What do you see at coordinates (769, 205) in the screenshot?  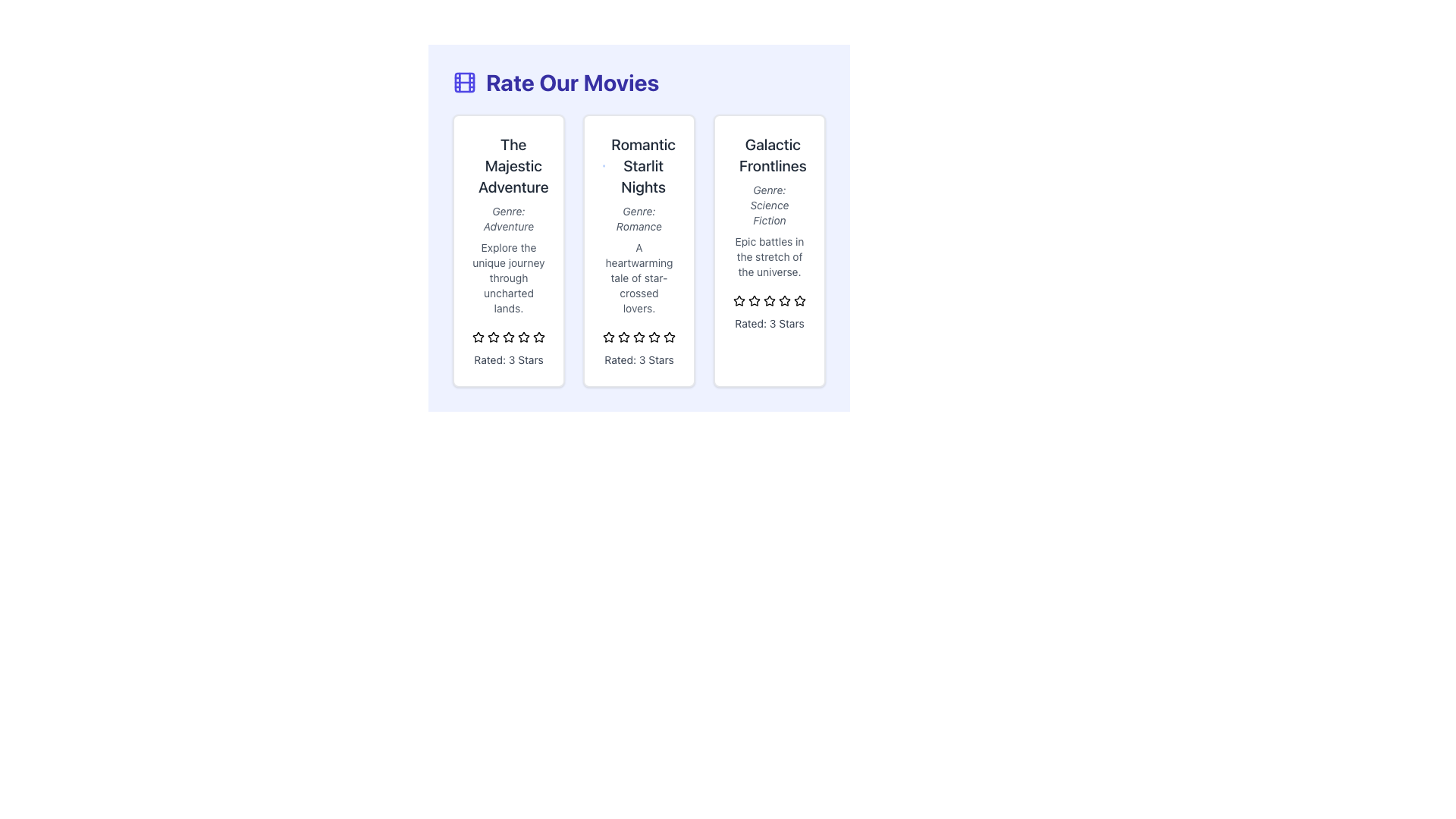 I see `genre information displayed in the text label located under the main title 'Galactic Frontlines' in the second block of text within the card` at bounding box center [769, 205].